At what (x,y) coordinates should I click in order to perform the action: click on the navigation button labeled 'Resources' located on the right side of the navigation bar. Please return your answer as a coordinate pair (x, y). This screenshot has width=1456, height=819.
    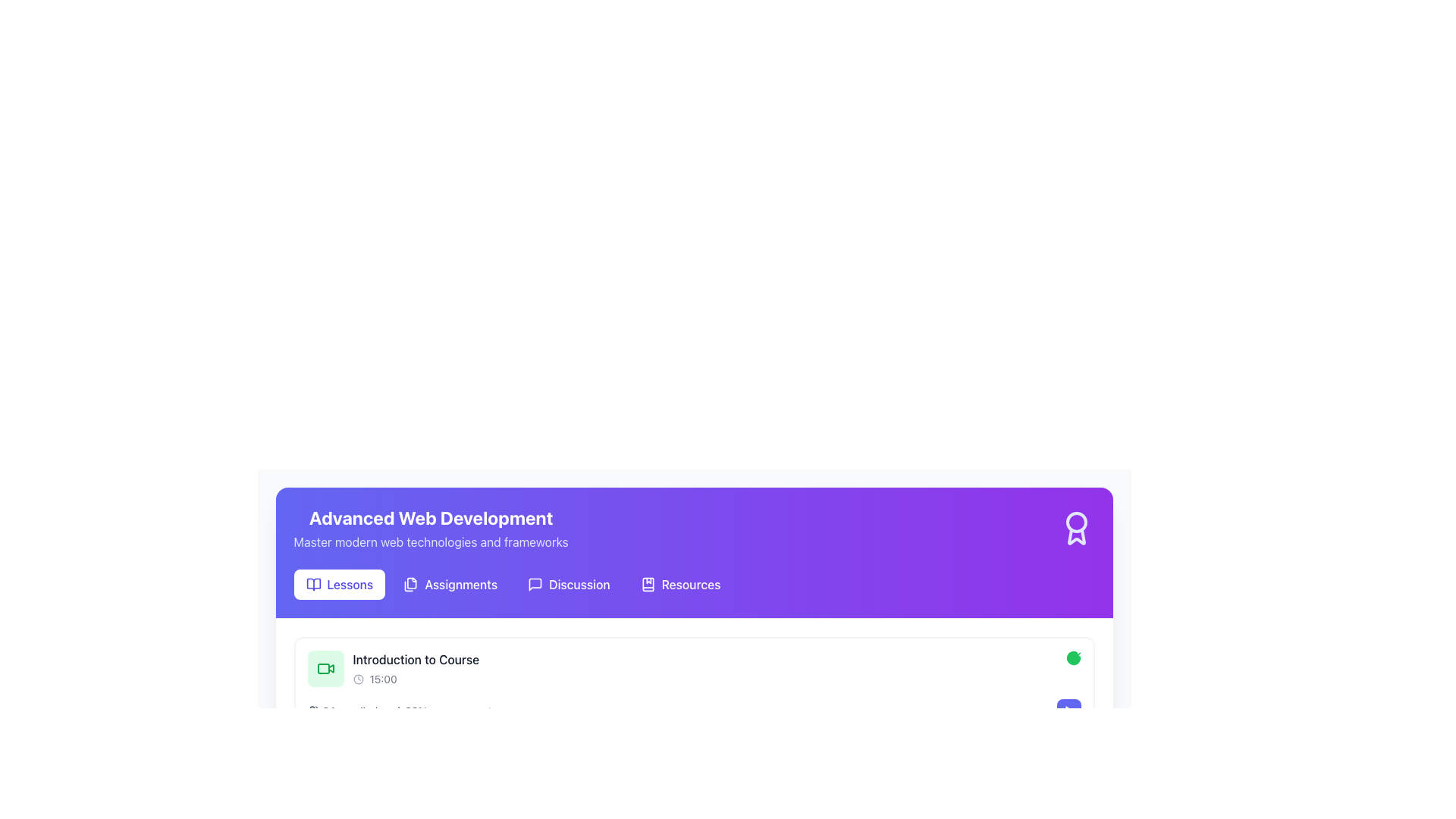
    Looking at the image, I should click on (690, 584).